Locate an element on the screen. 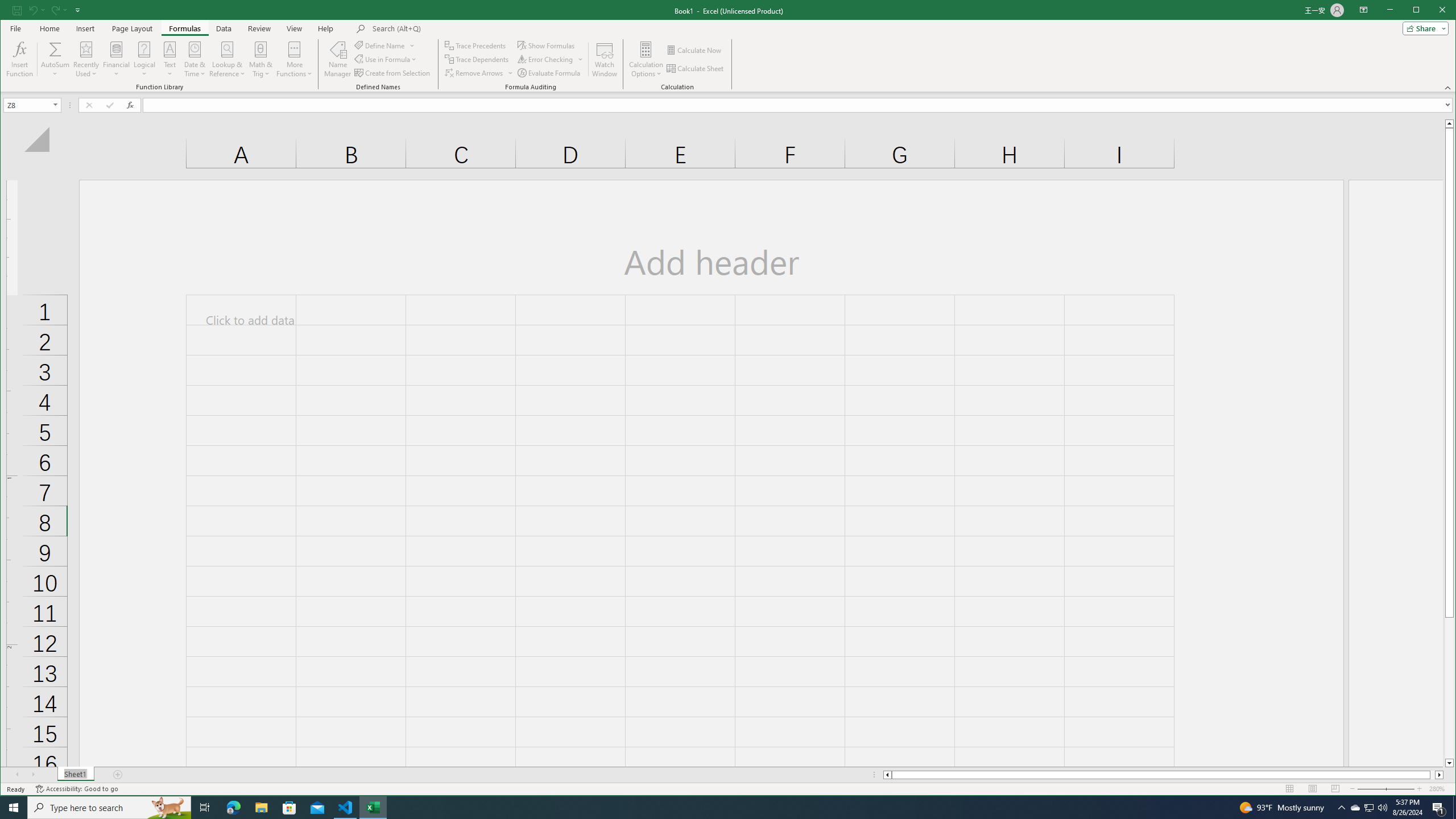 The image size is (1456, 819). 'Maximize' is located at coordinates (1433, 11).